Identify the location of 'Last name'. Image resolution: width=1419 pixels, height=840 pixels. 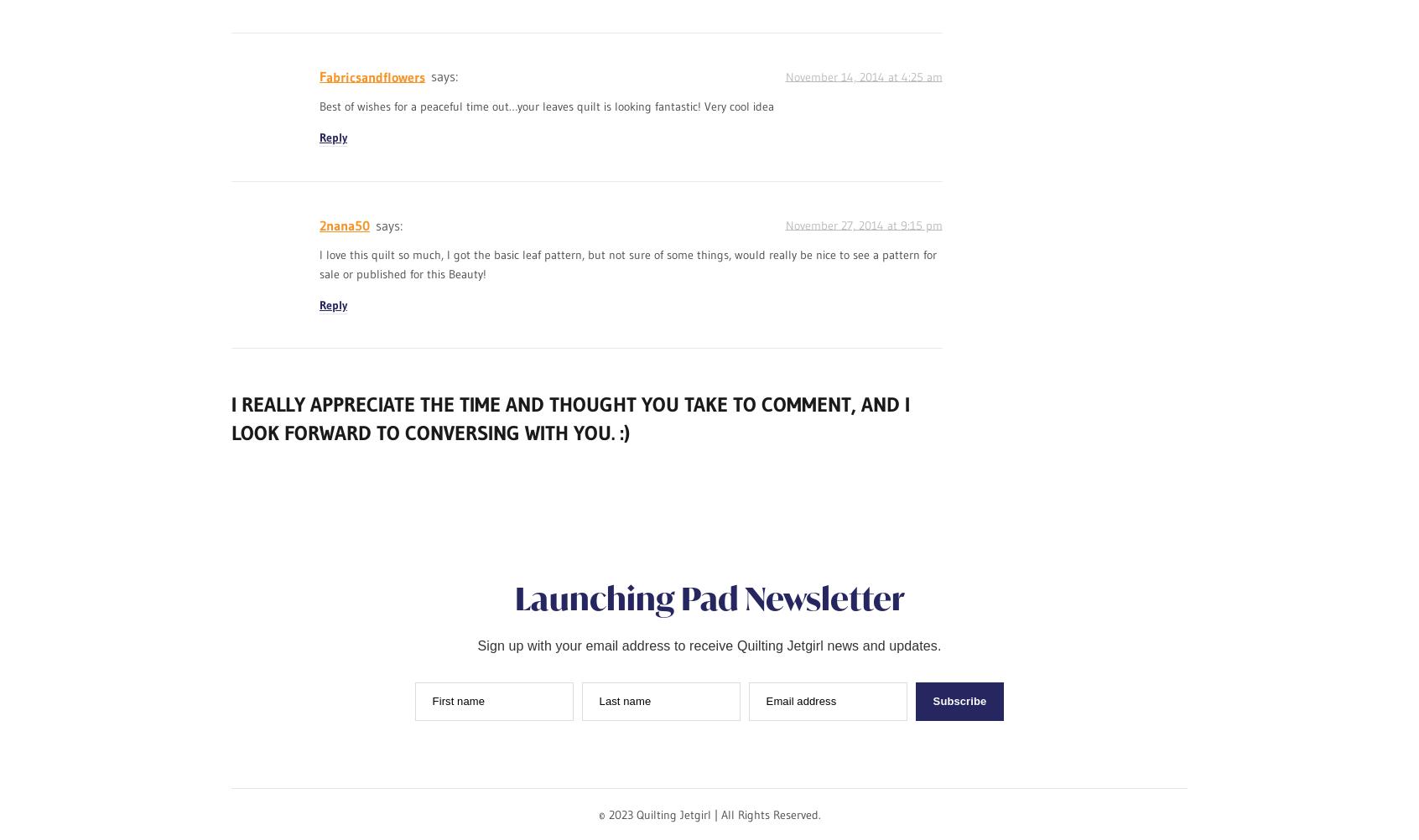
(623, 700).